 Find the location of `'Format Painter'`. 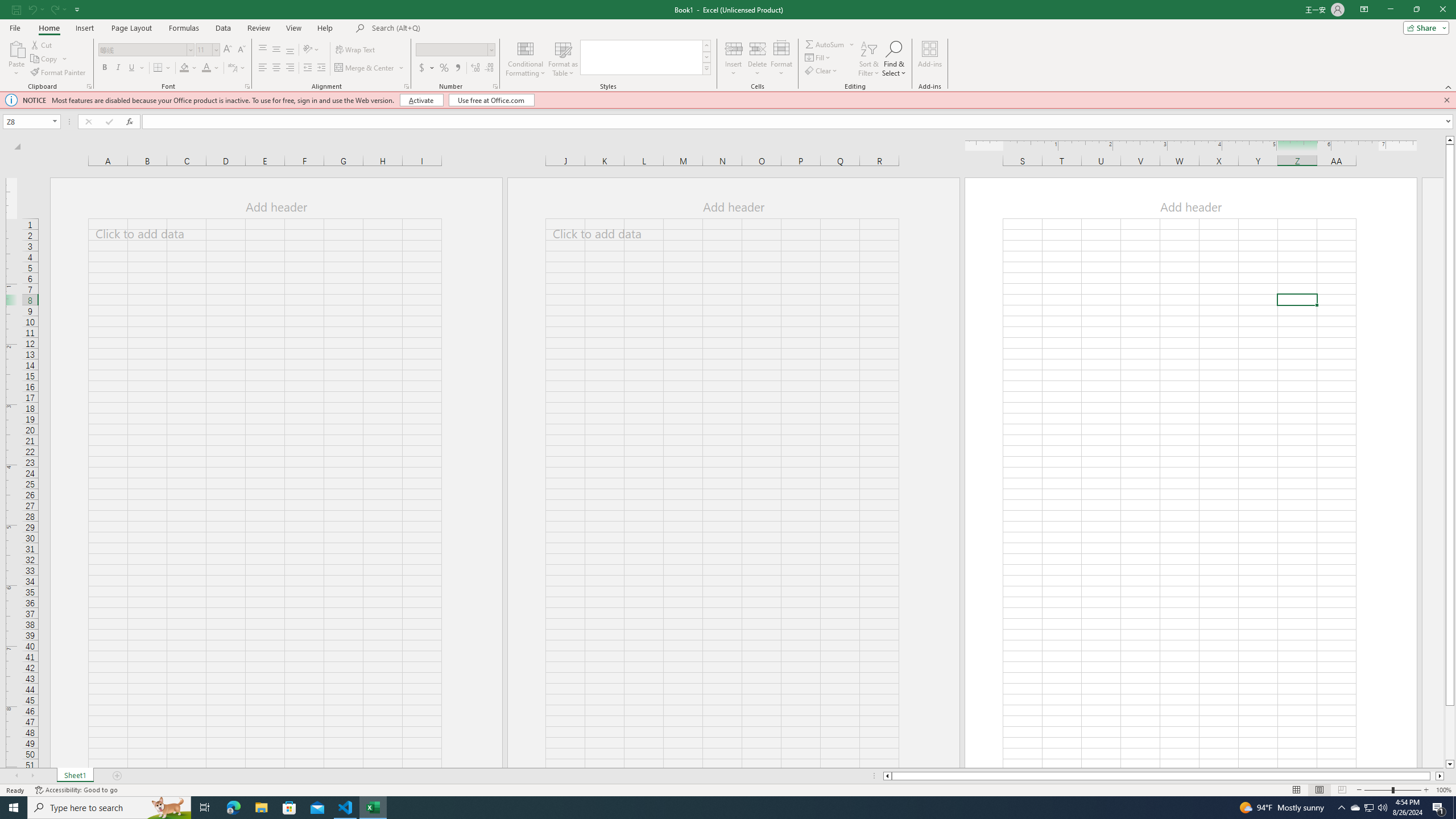

'Format Painter' is located at coordinates (58, 72).